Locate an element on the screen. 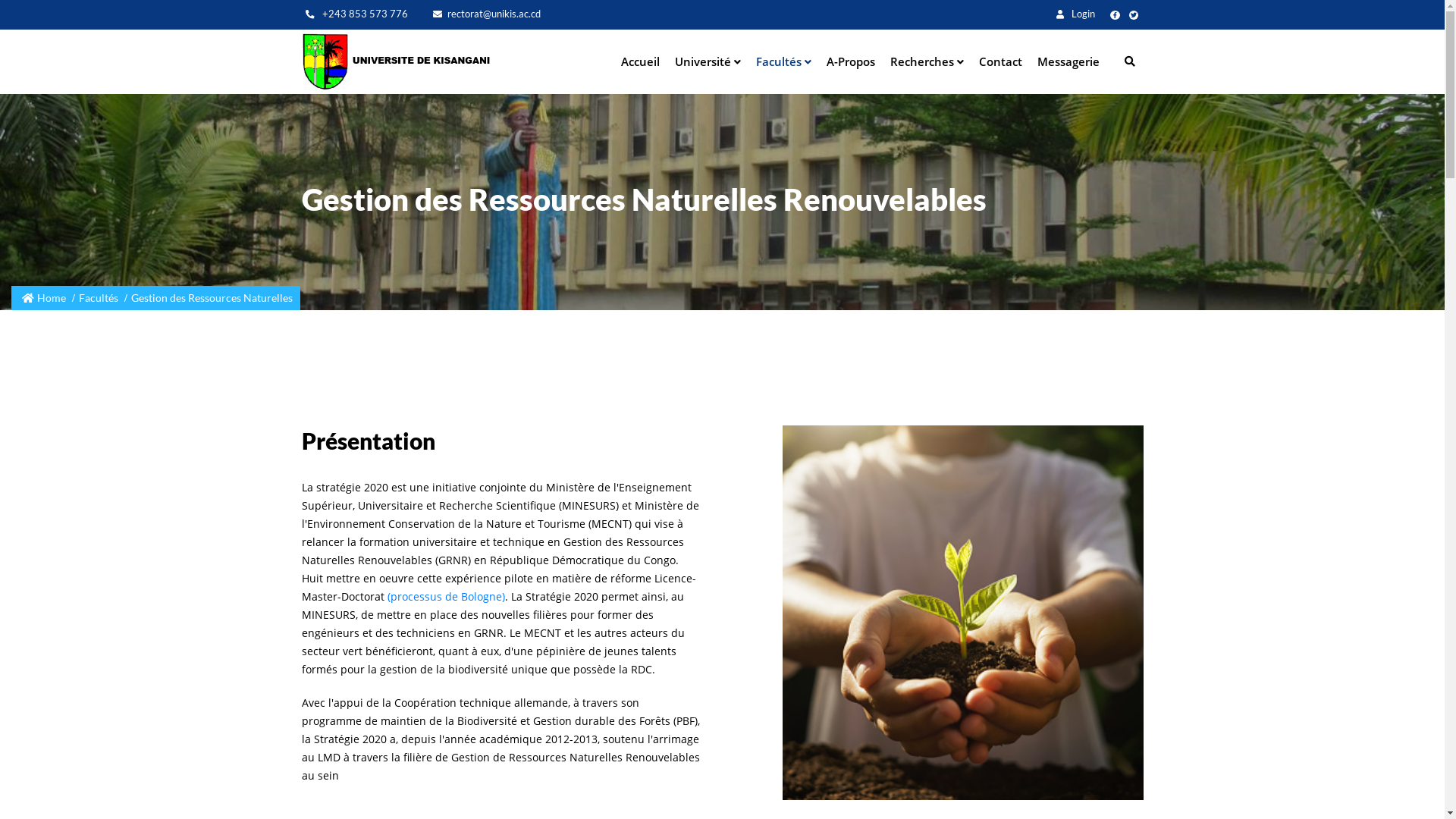  'agro' is located at coordinates (962, 611).